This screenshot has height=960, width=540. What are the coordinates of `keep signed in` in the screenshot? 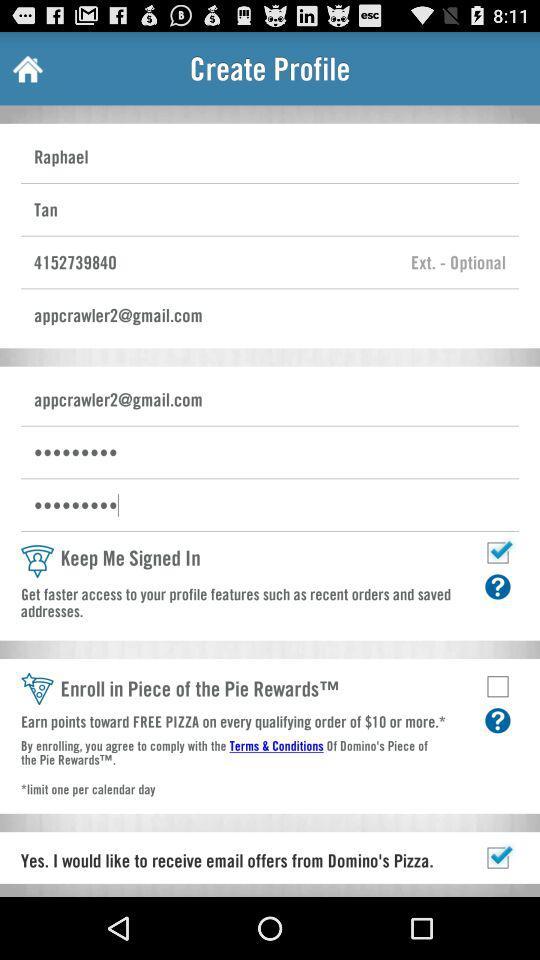 It's located at (496, 552).